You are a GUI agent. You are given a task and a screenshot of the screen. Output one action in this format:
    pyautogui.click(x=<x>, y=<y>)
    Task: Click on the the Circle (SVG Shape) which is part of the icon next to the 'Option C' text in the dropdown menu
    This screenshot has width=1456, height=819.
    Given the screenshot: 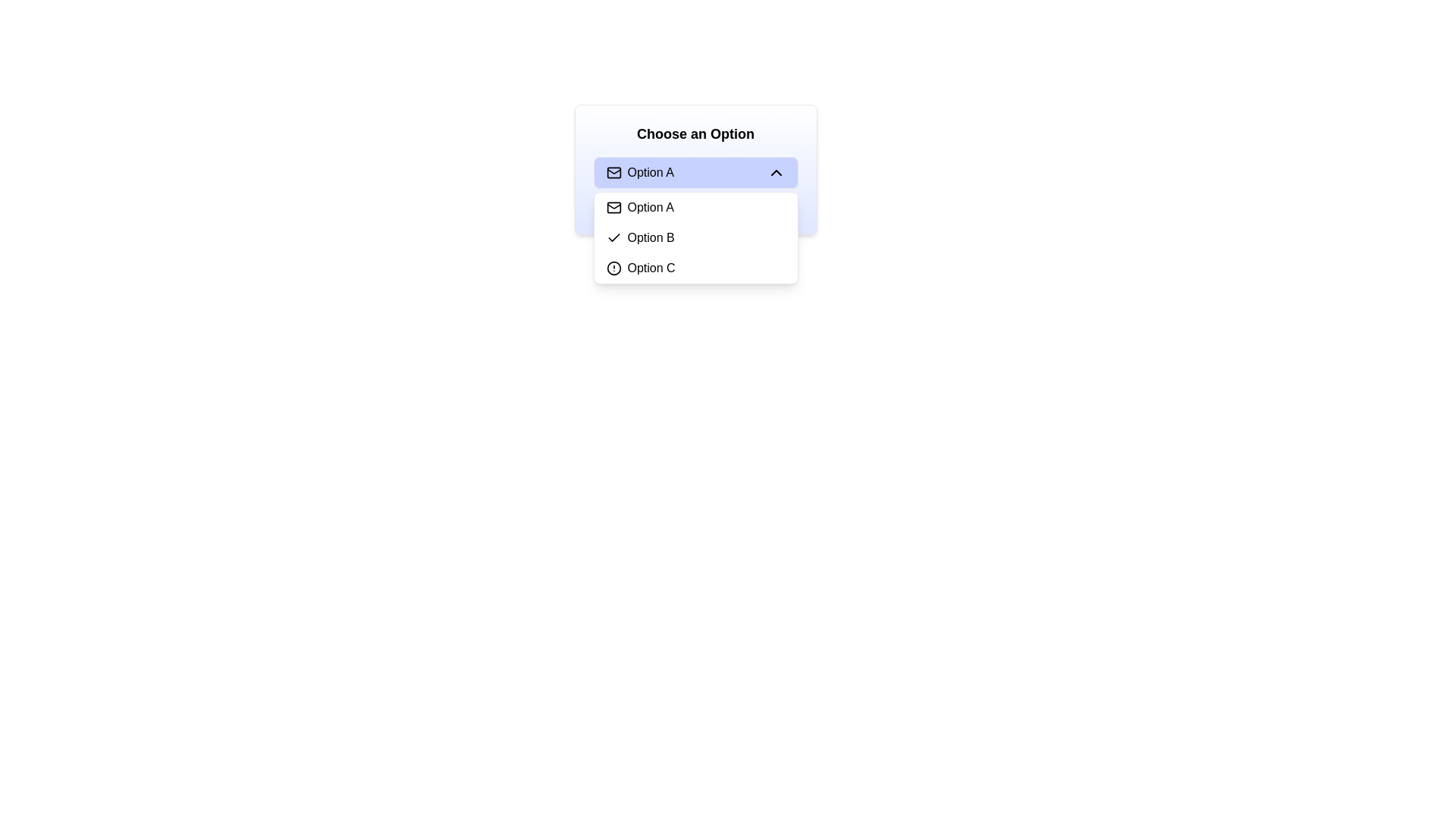 What is the action you would take?
    pyautogui.click(x=613, y=268)
    